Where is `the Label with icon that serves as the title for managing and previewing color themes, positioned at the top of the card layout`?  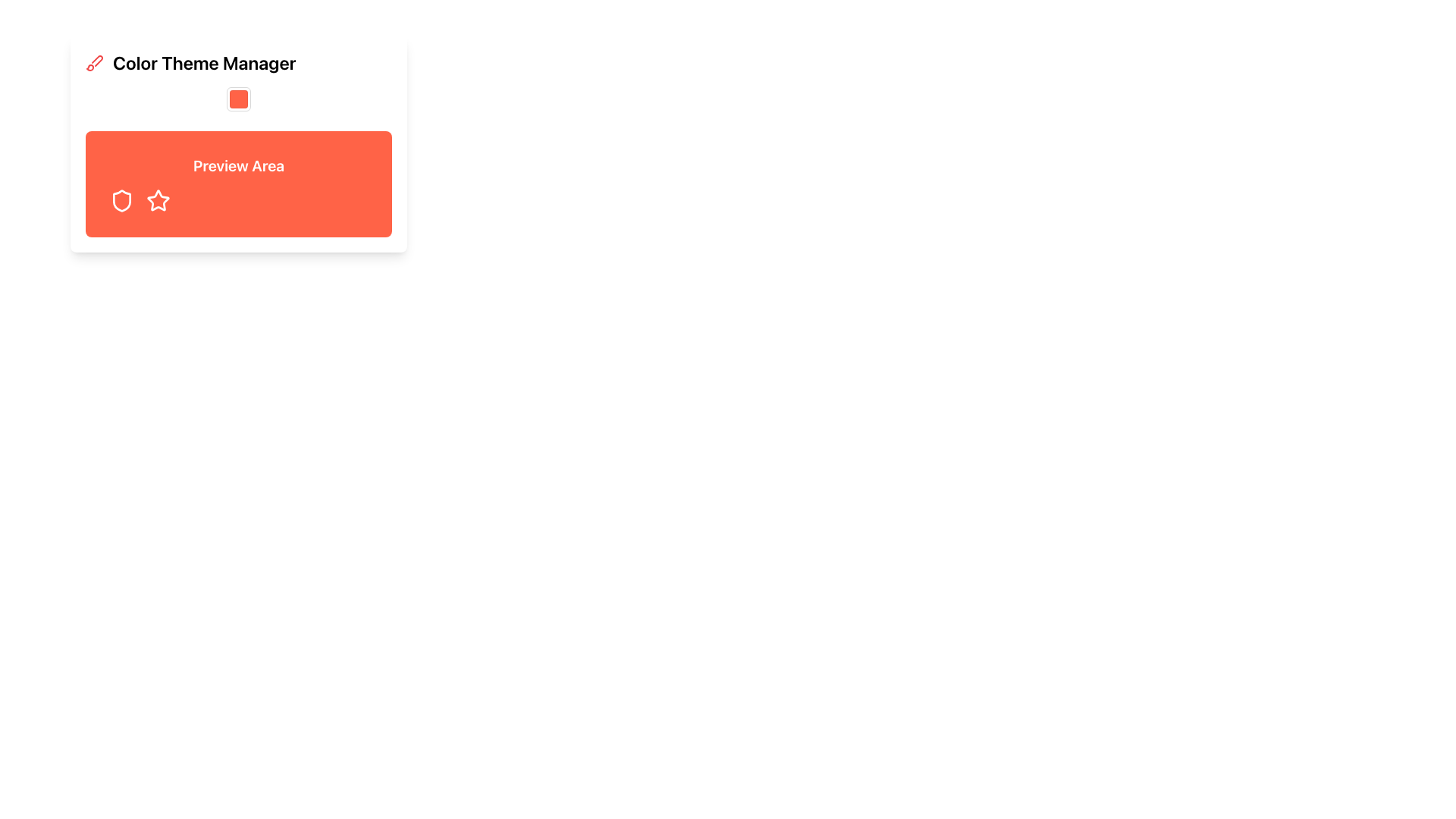 the Label with icon that serves as the title for managing and previewing color themes, positioned at the top of the card layout is located at coordinates (238, 62).